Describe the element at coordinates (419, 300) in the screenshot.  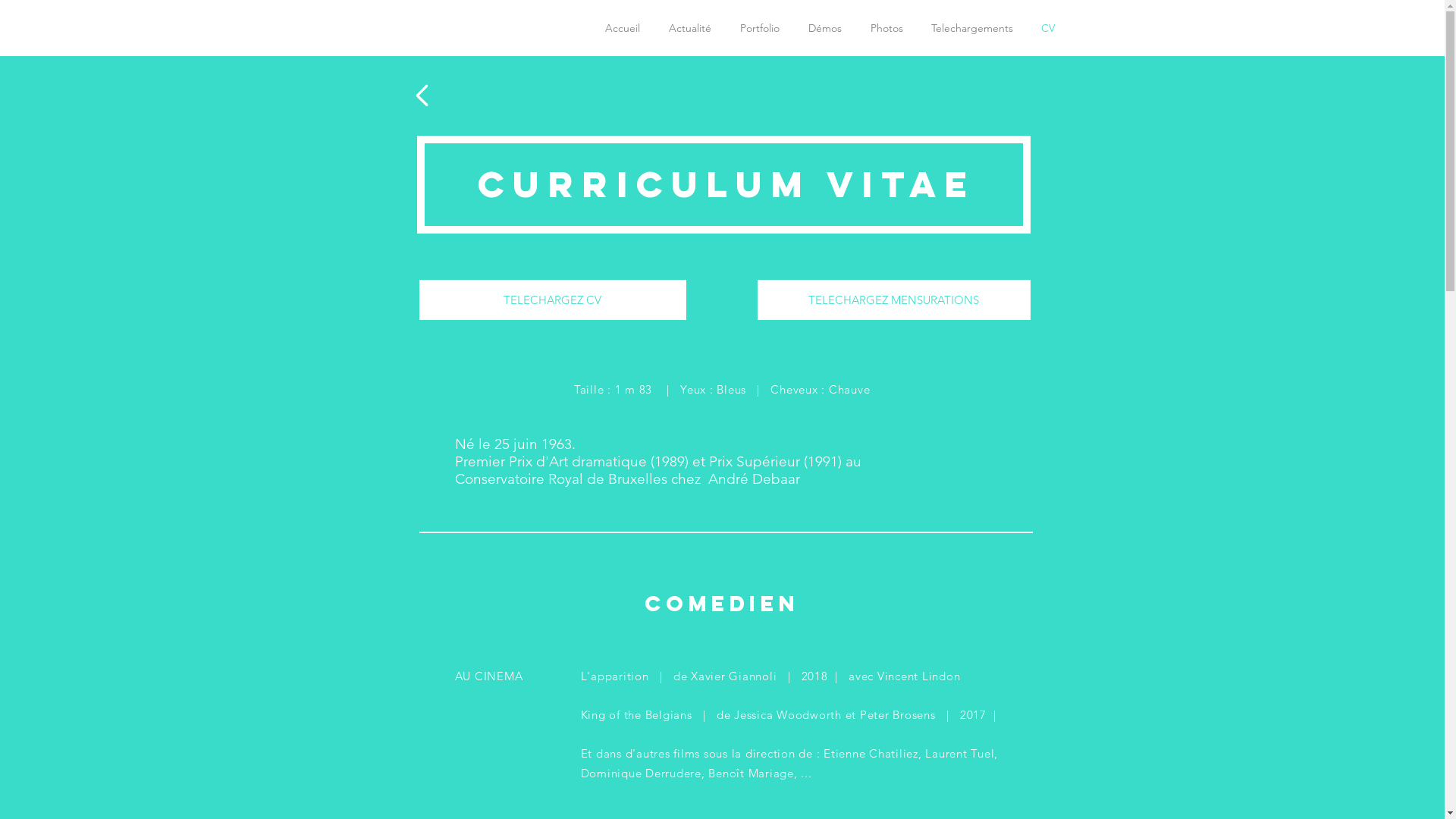
I see `'TELECHARGEZ CV'` at that location.